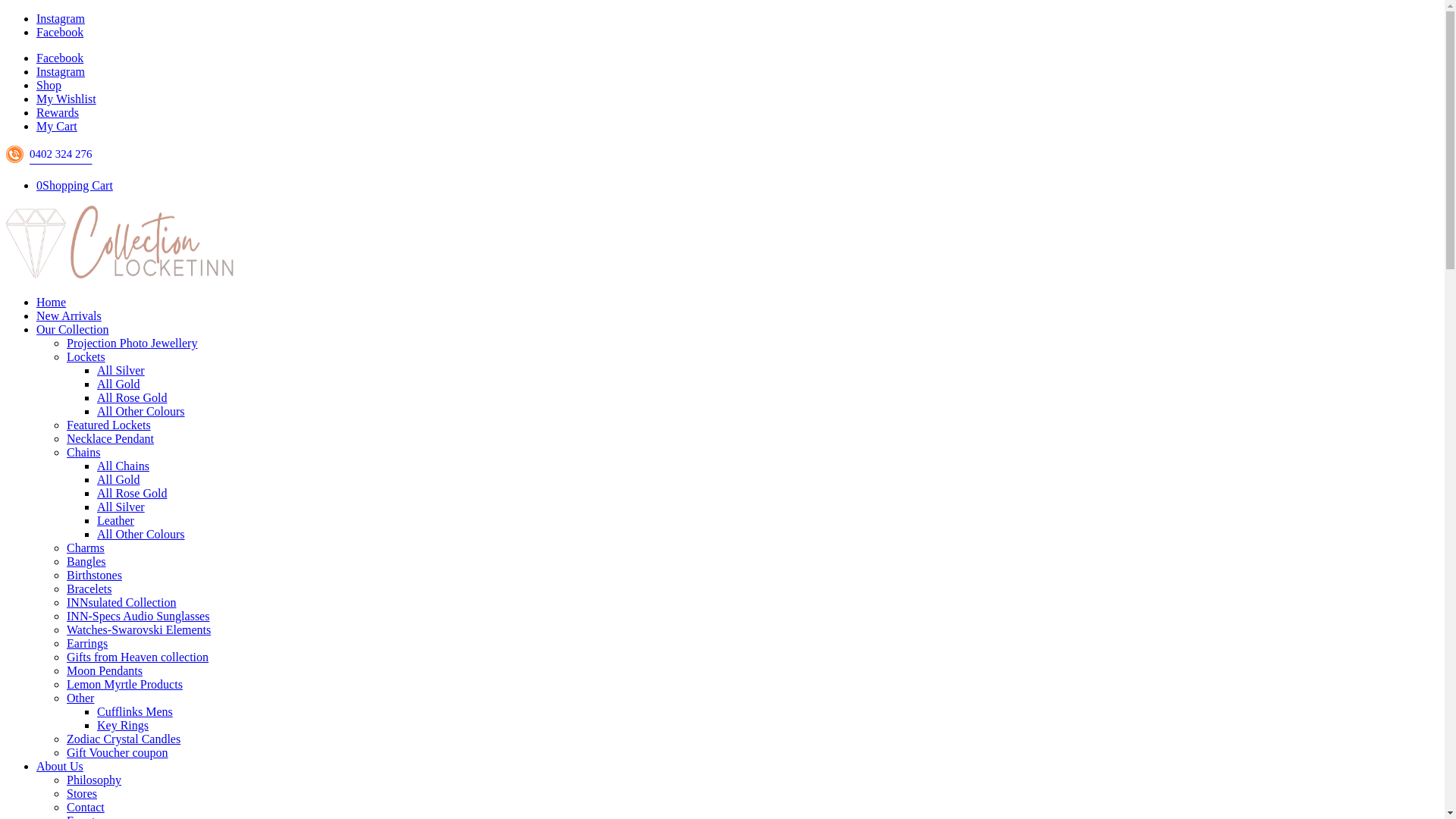 This screenshot has height=819, width=1456. What do you see at coordinates (119, 242) in the screenshot?
I see `'locketinn_collections_logo3'` at bounding box center [119, 242].